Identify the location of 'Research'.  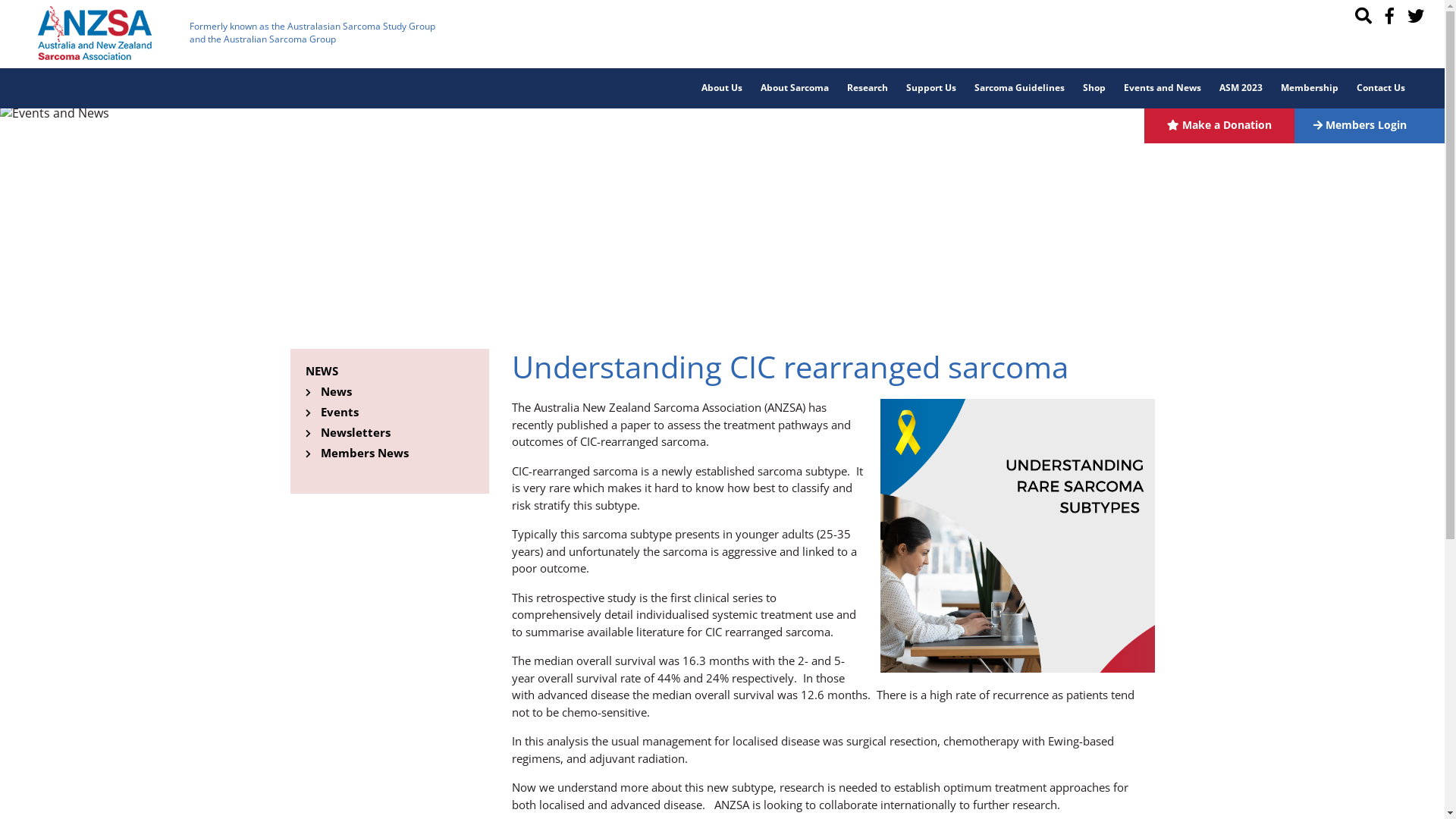
(867, 88).